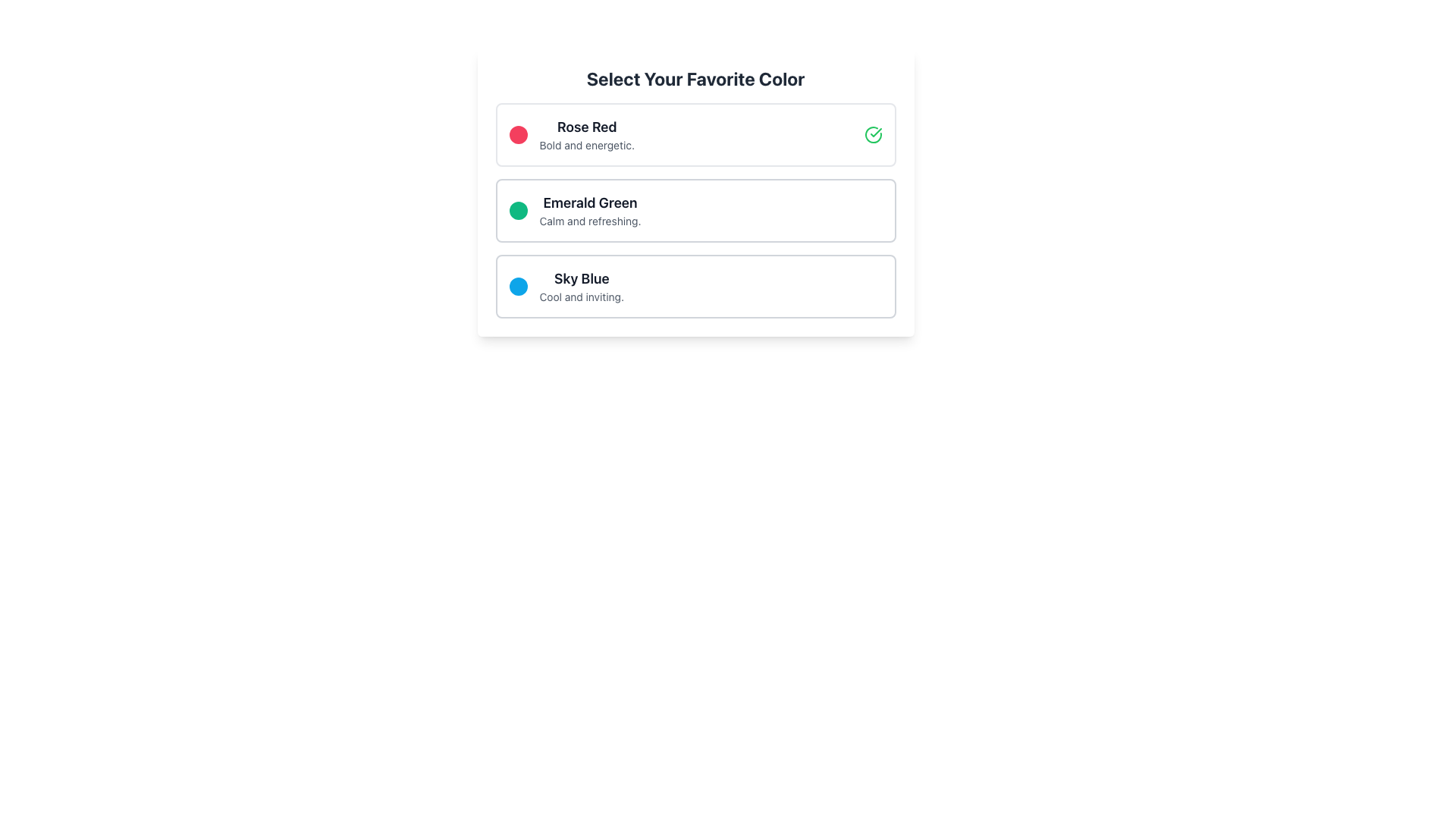 This screenshot has height=819, width=1456. What do you see at coordinates (695, 210) in the screenshot?
I see `the second selectable option for color preference located in the white card UI component, positioned between 'Rose Red' and 'Sky Blue'` at bounding box center [695, 210].